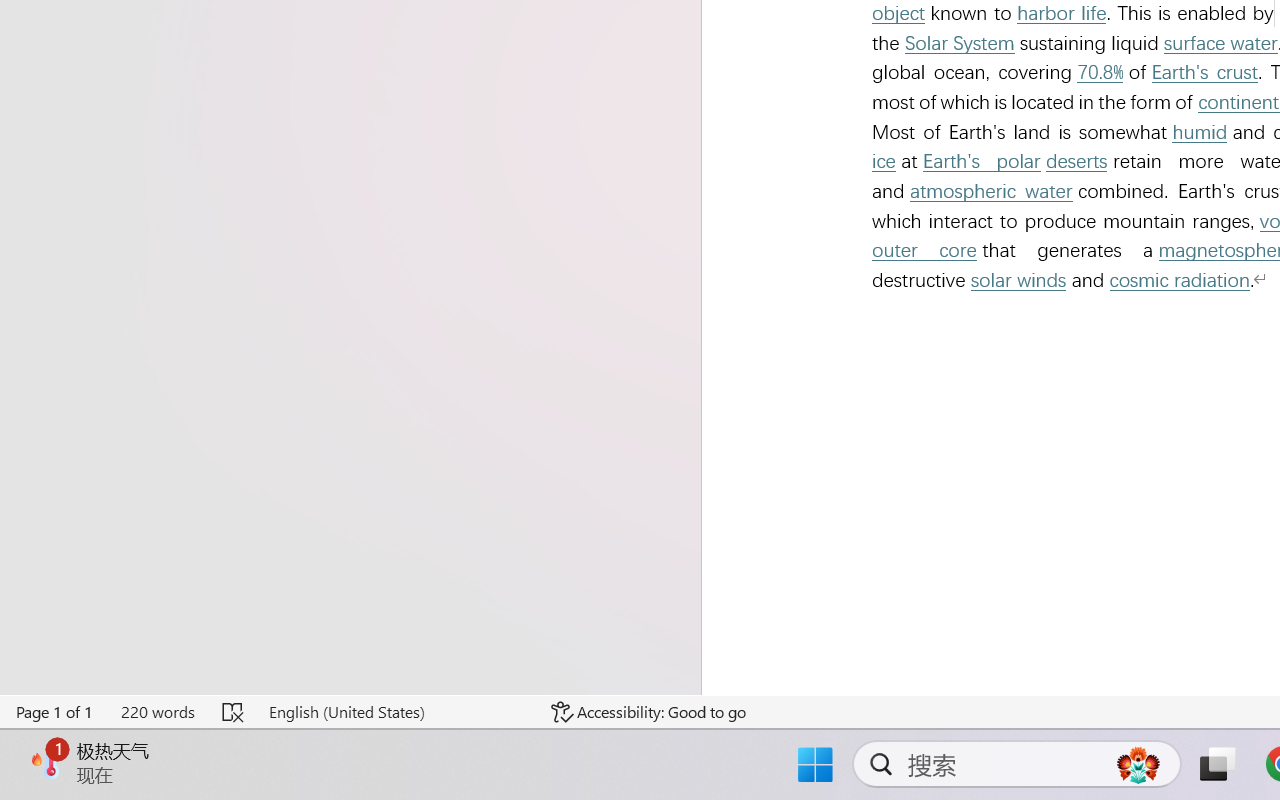  I want to click on 'humid', so click(1200, 131).